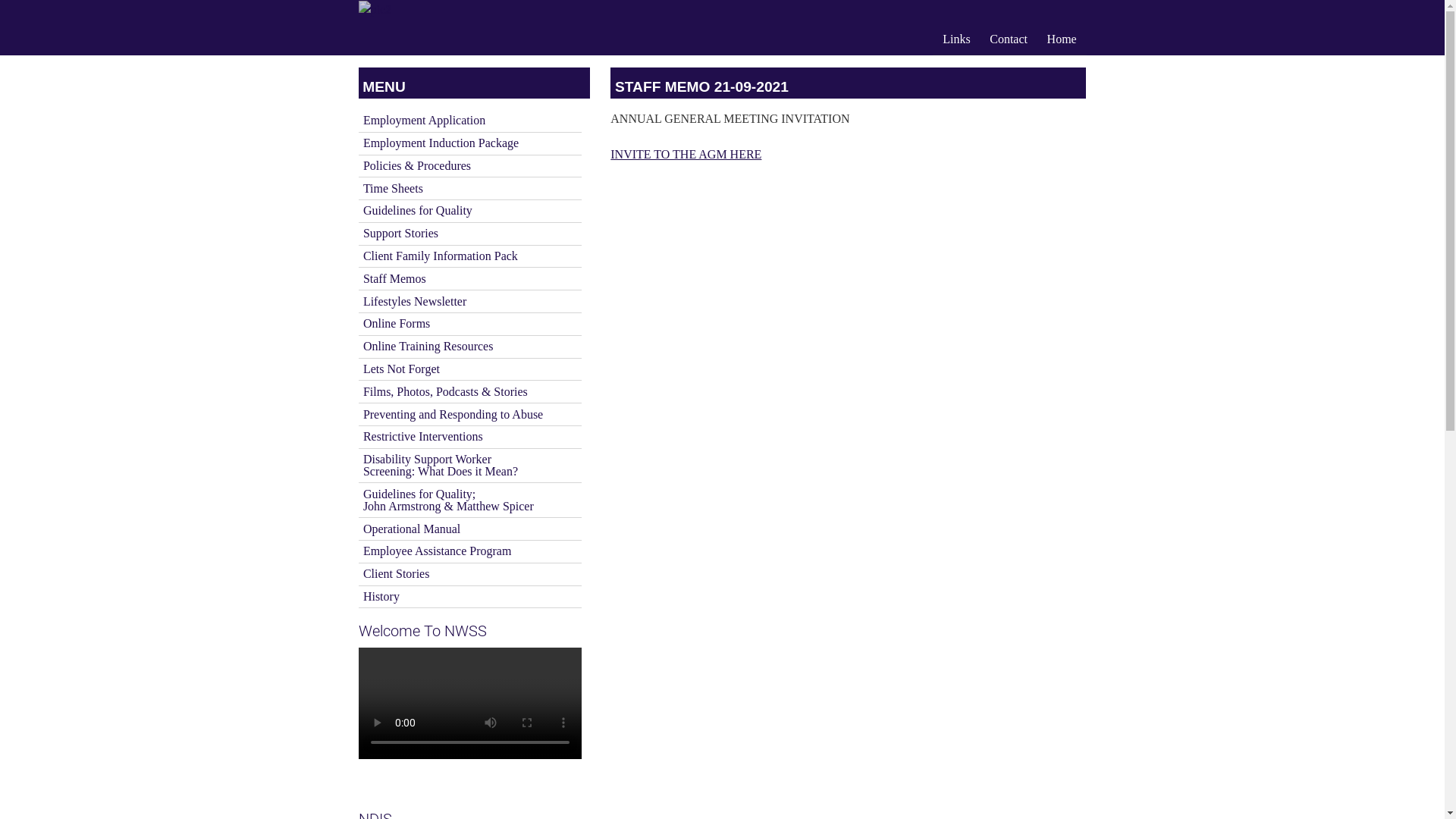 The width and height of the screenshot is (1456, 819). I want to click on 'Guidelines for Quality;, so click(469, 500).